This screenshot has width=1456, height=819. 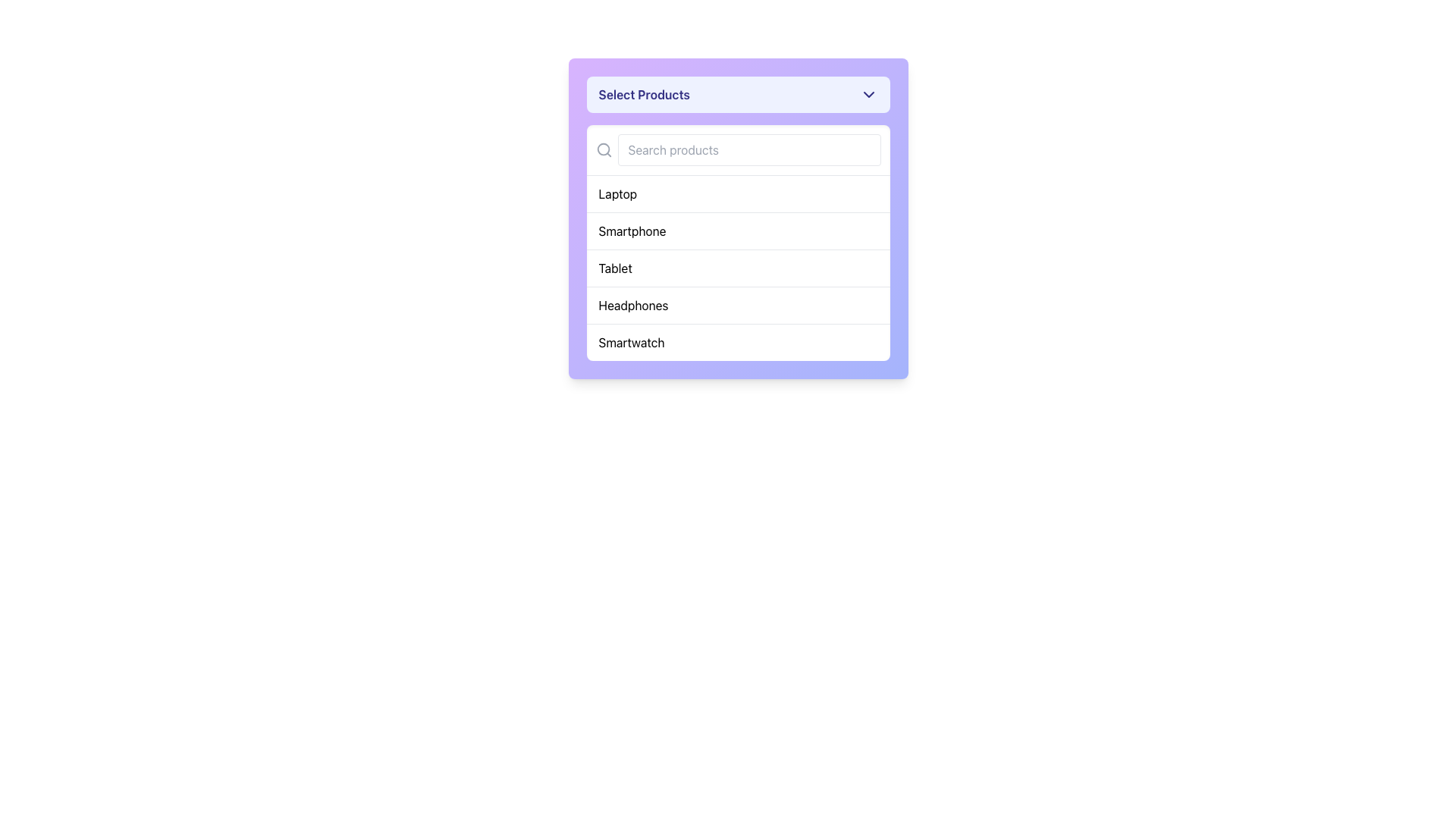 I want to click on the 'Smartwatch' category dropdown option, which is the fifth item in the vertical dropdown list located towards the bottom center of the application interface, so click(x=738, y=342).